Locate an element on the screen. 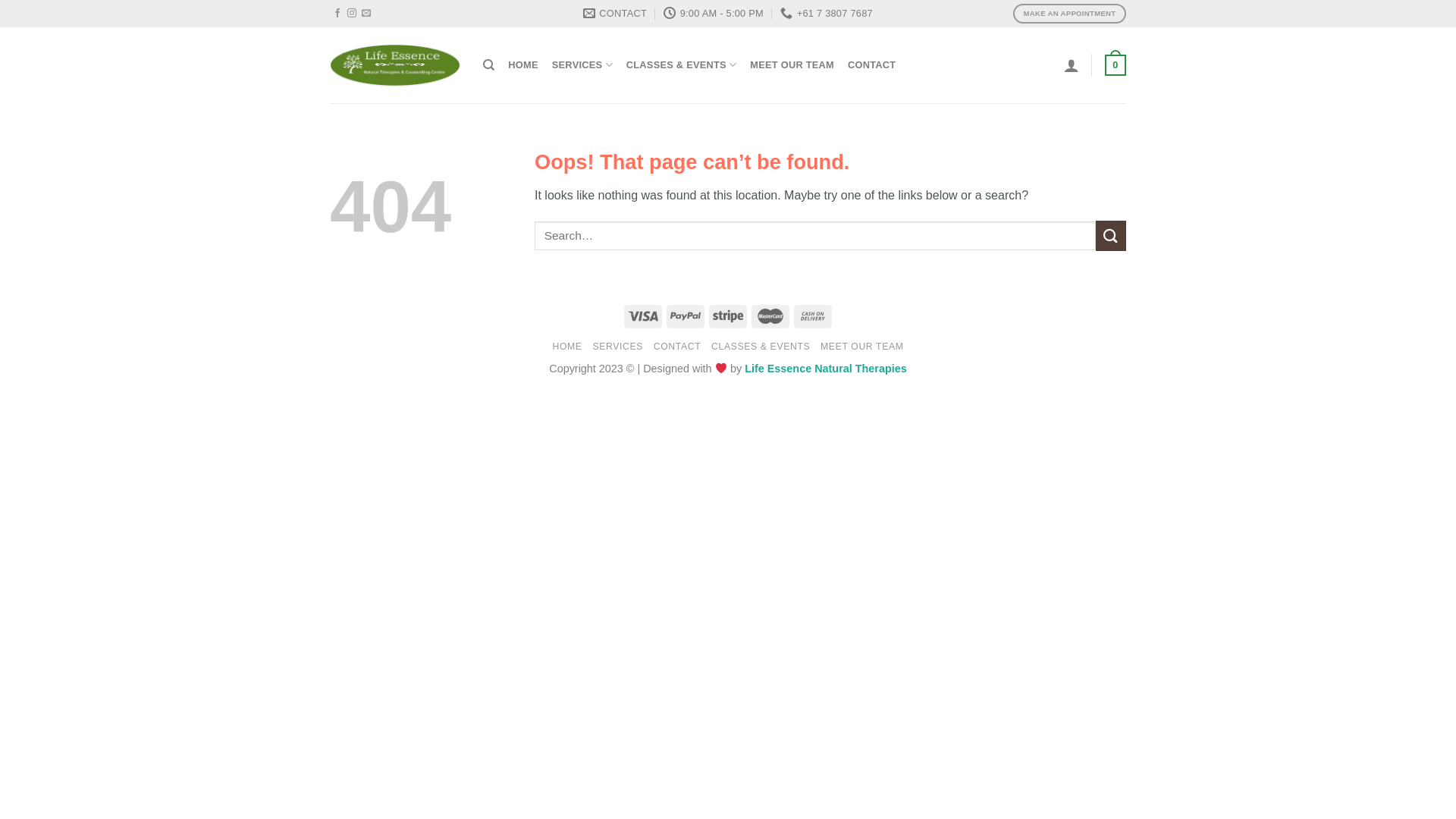 This screenshot has width=1456, height=819. 'MAKE AN APPOINTMENT' is located at coordinates (1012, 13).